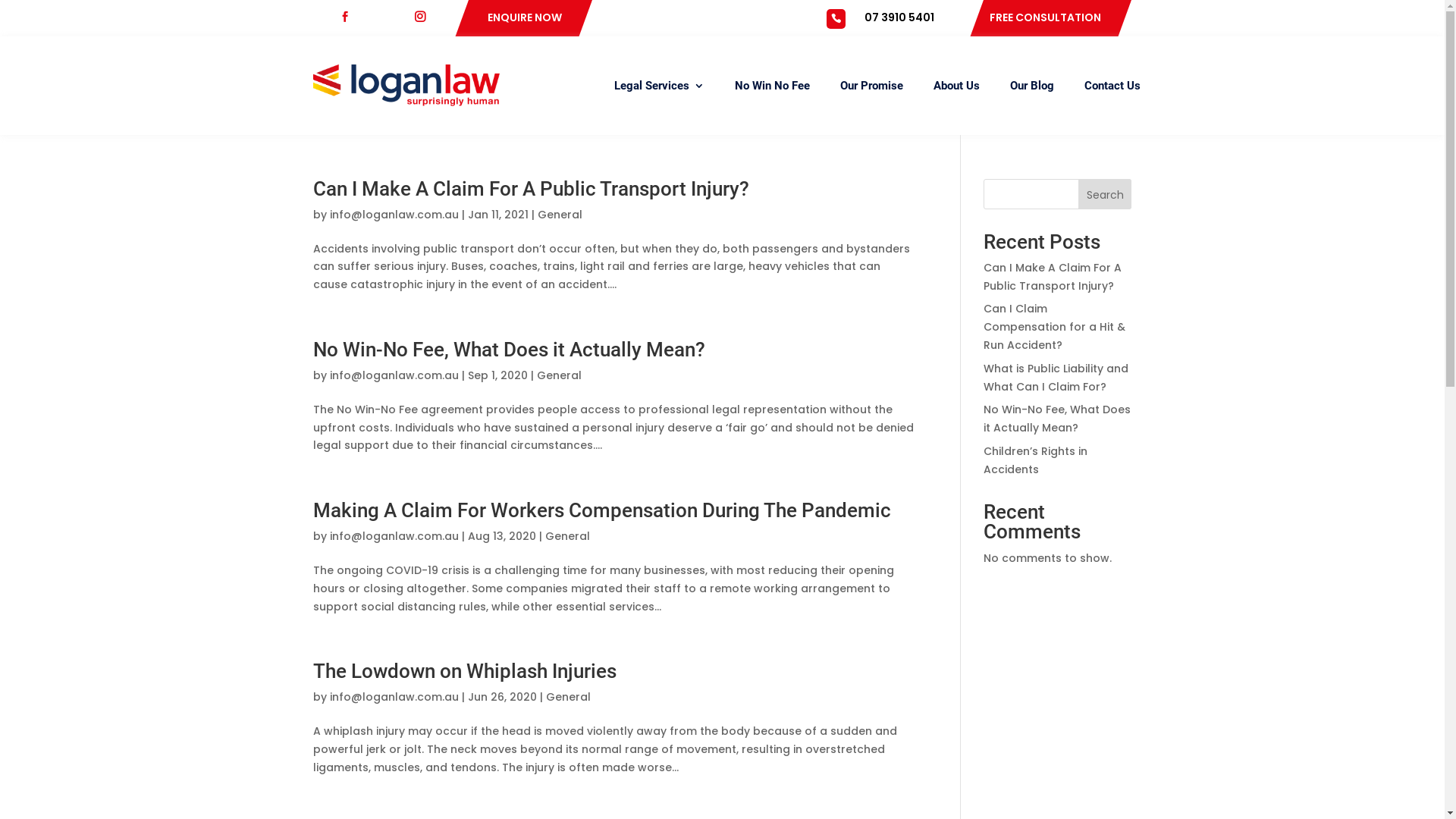 This screenshot has width=1456, height=819. I want to click on 'About Us', so click(955, 85).